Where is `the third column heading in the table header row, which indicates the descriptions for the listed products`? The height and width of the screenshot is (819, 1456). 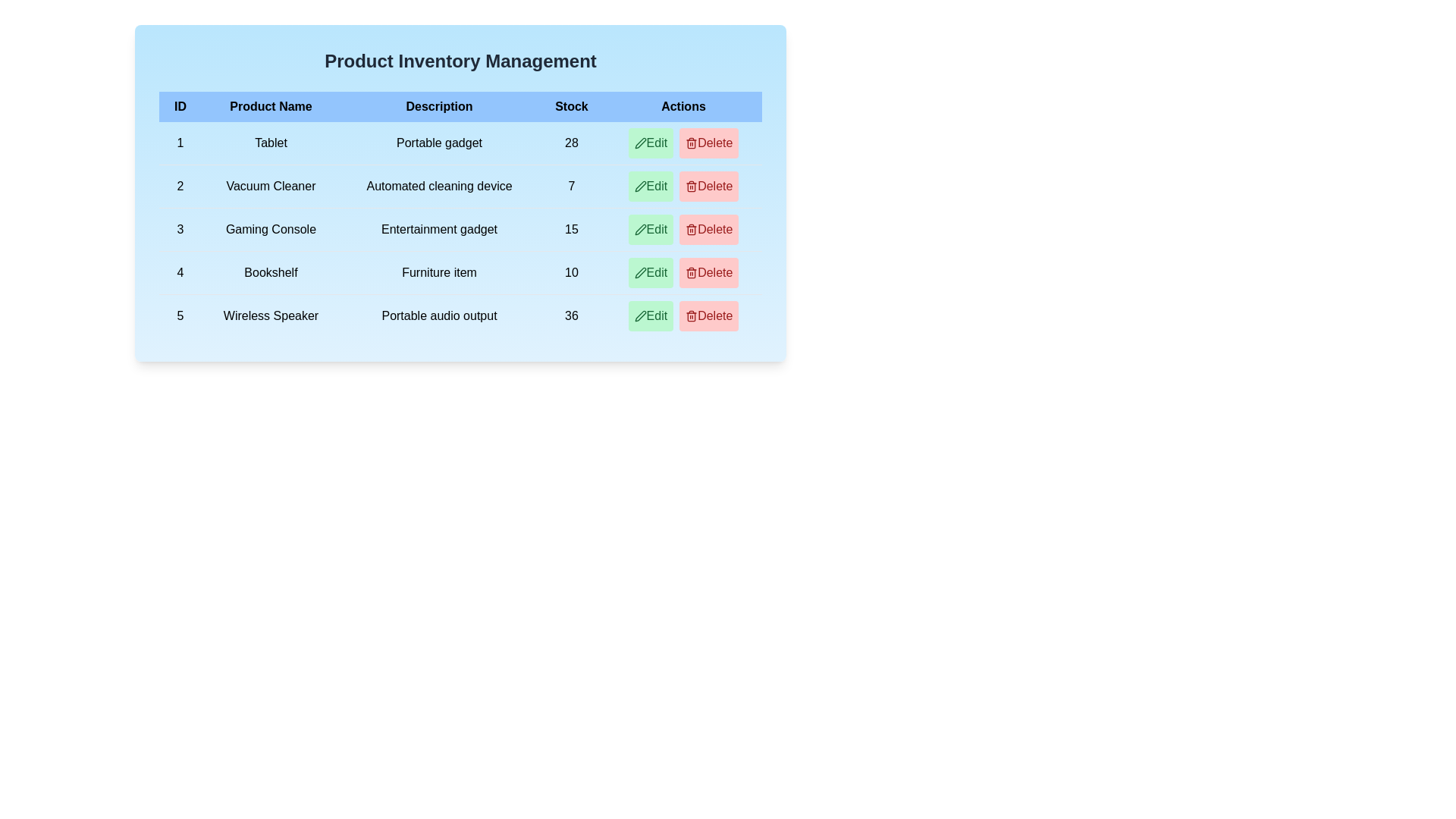 the third column heading in the table header row, which indicates the descriptions for the listed products is located at coordinates (438, 106).